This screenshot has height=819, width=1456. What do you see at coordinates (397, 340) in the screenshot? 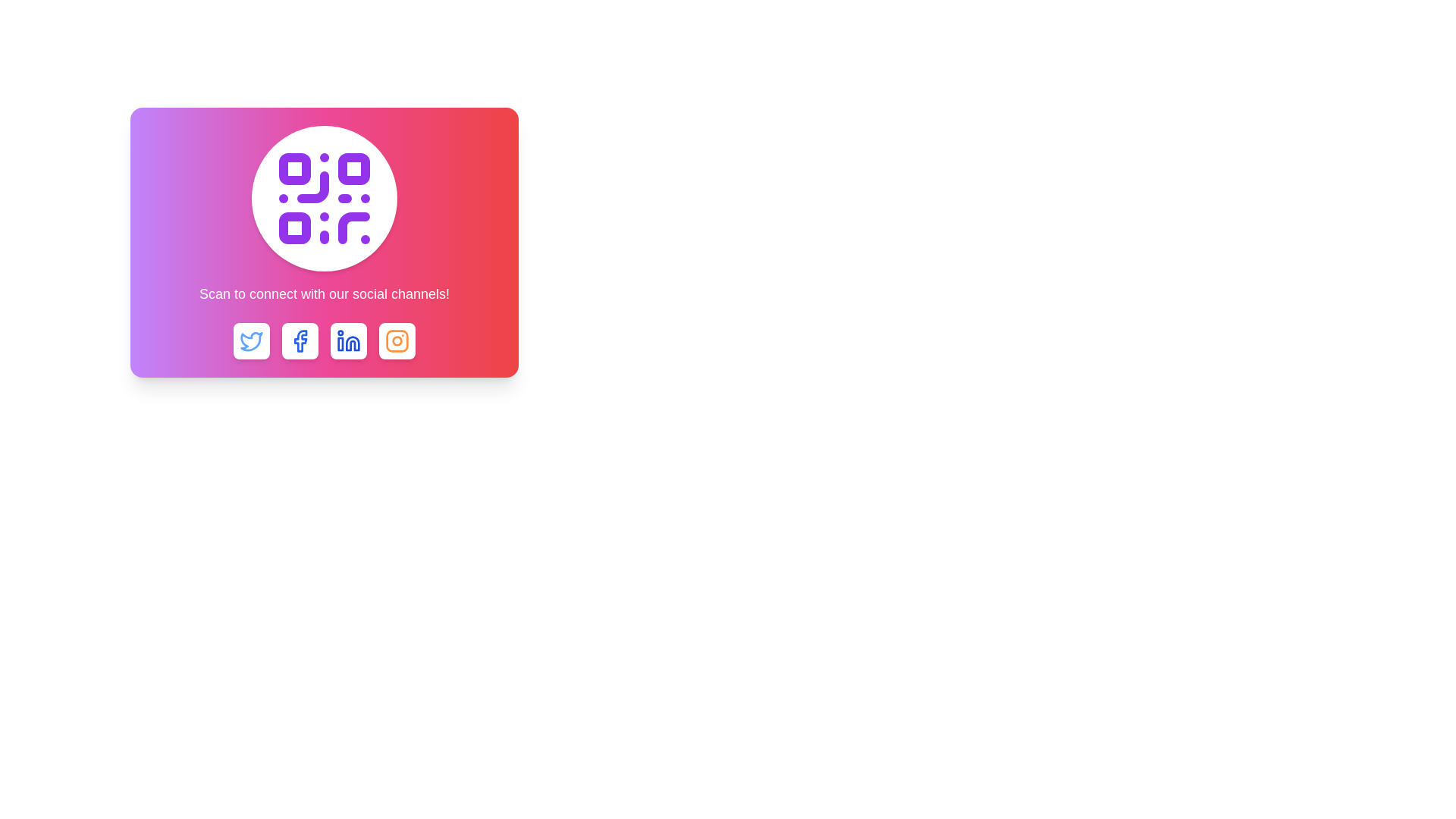
I see `the decorative Instagram logo icon located on the far right among a row of social media icons` at bounding box center [397, 340].